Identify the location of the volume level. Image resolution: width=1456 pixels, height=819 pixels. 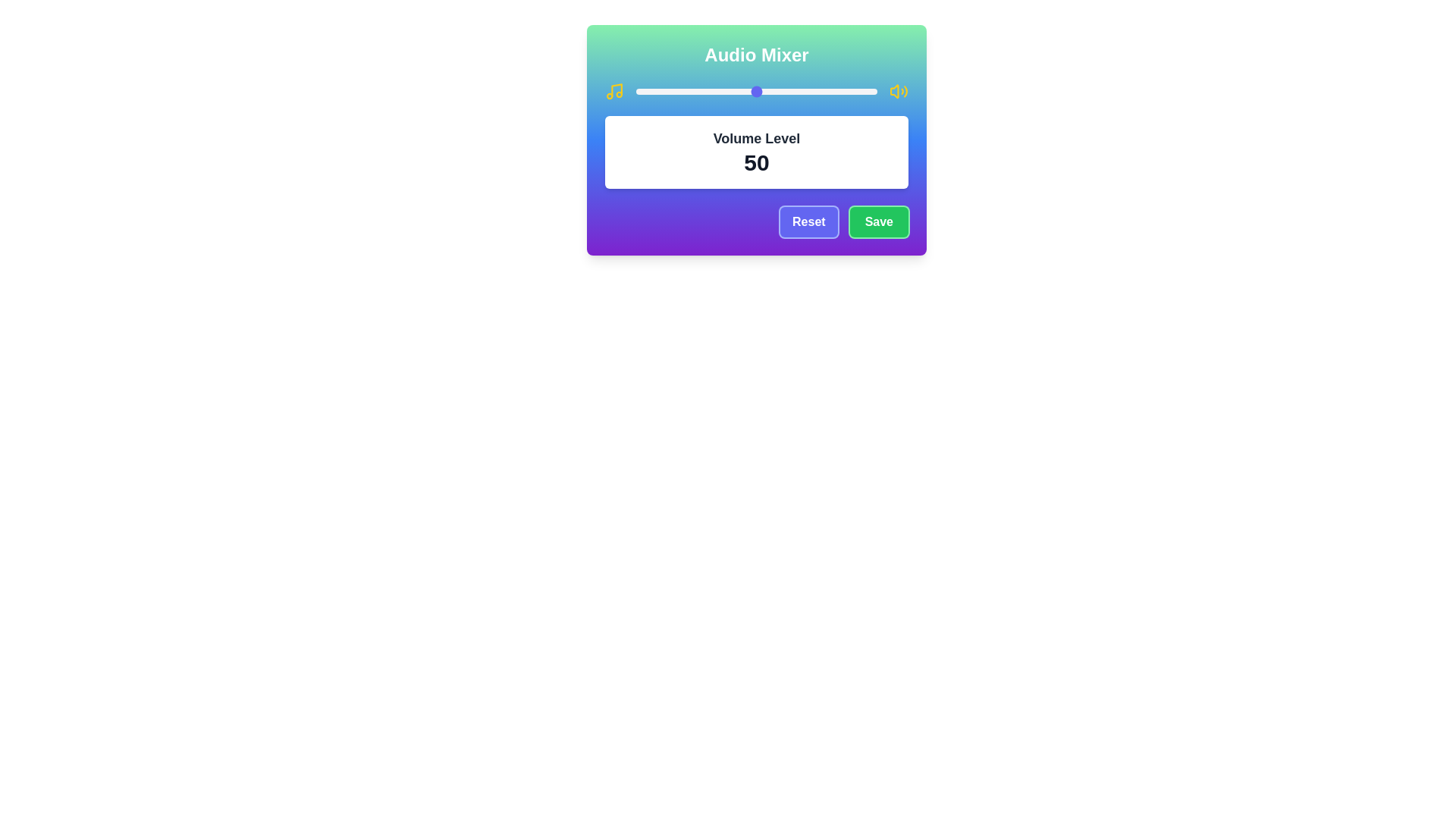
(792, 91).